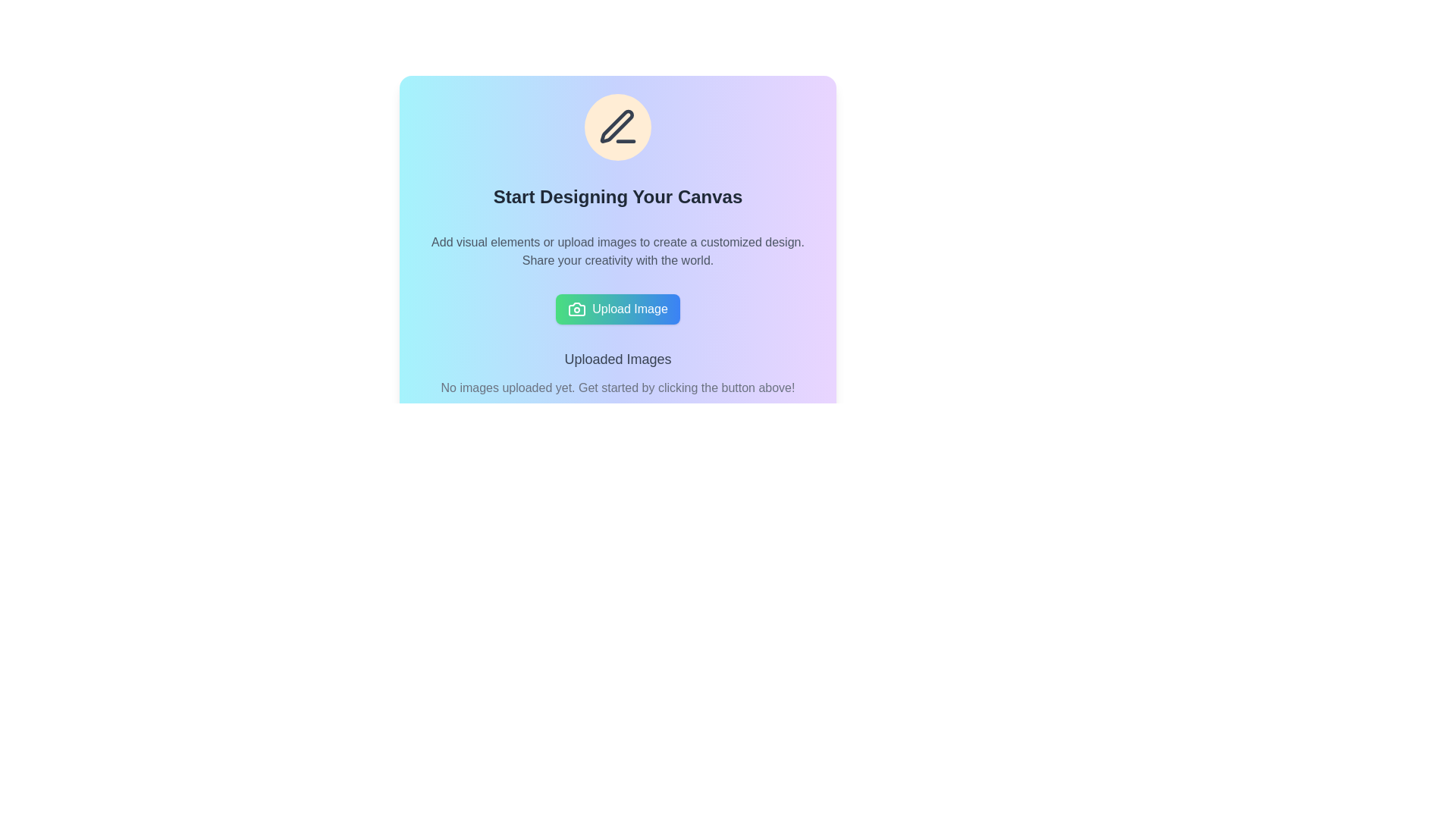  Describe the element at coordinates (618, 309) in the screenshot. I see `the 'Upload Image' button, which features a gradient background from green to blue with white text and a camera icon, to initiate the upload process` at that location.